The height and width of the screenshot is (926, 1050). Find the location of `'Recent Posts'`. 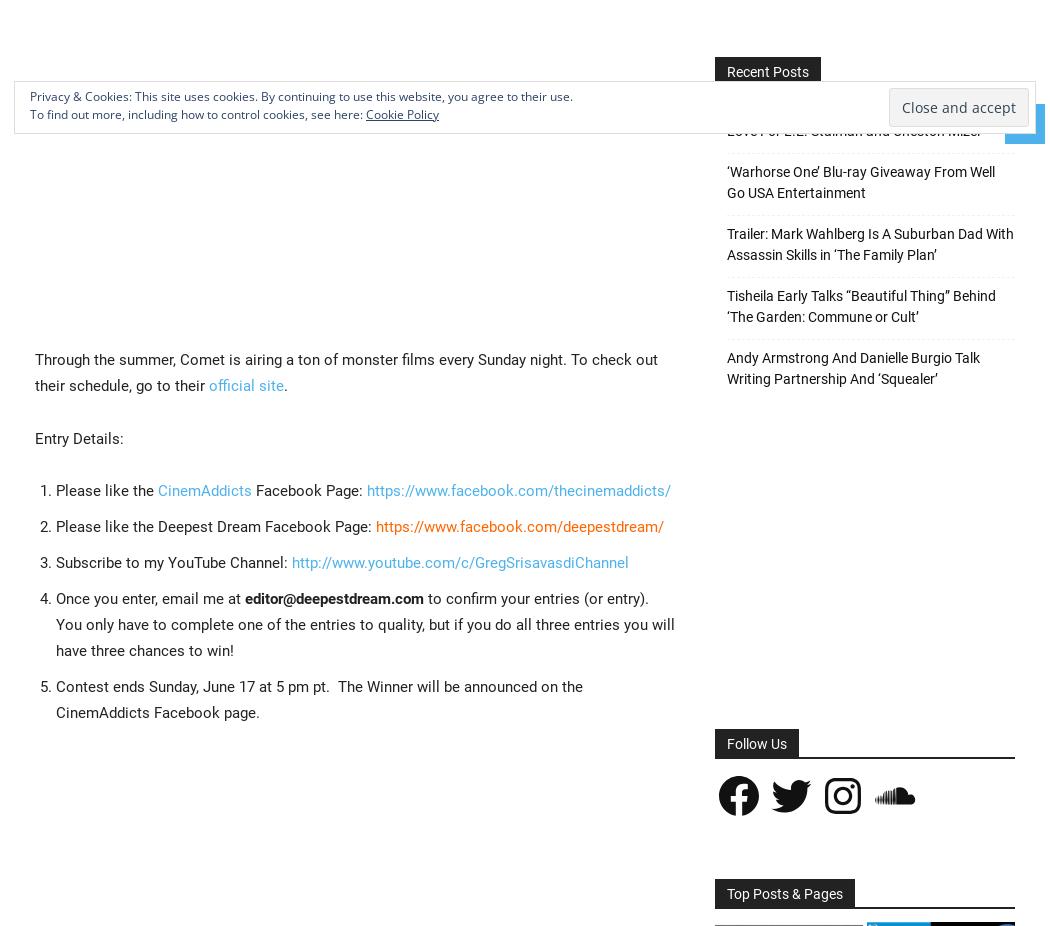

'Recent Posts' is located at coordinates (767, 71).